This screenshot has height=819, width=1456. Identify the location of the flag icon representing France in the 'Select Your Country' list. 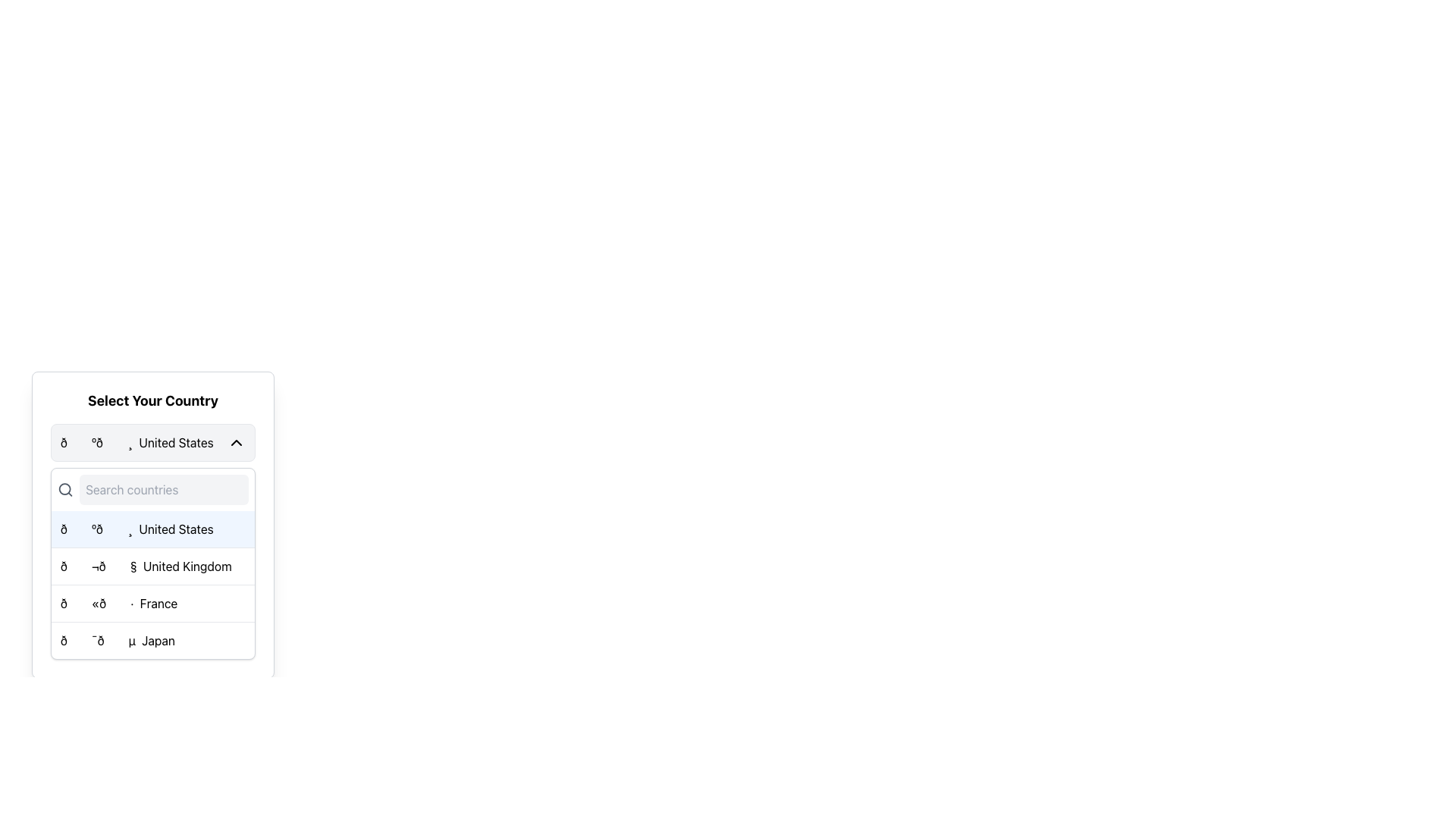
(96, 602).